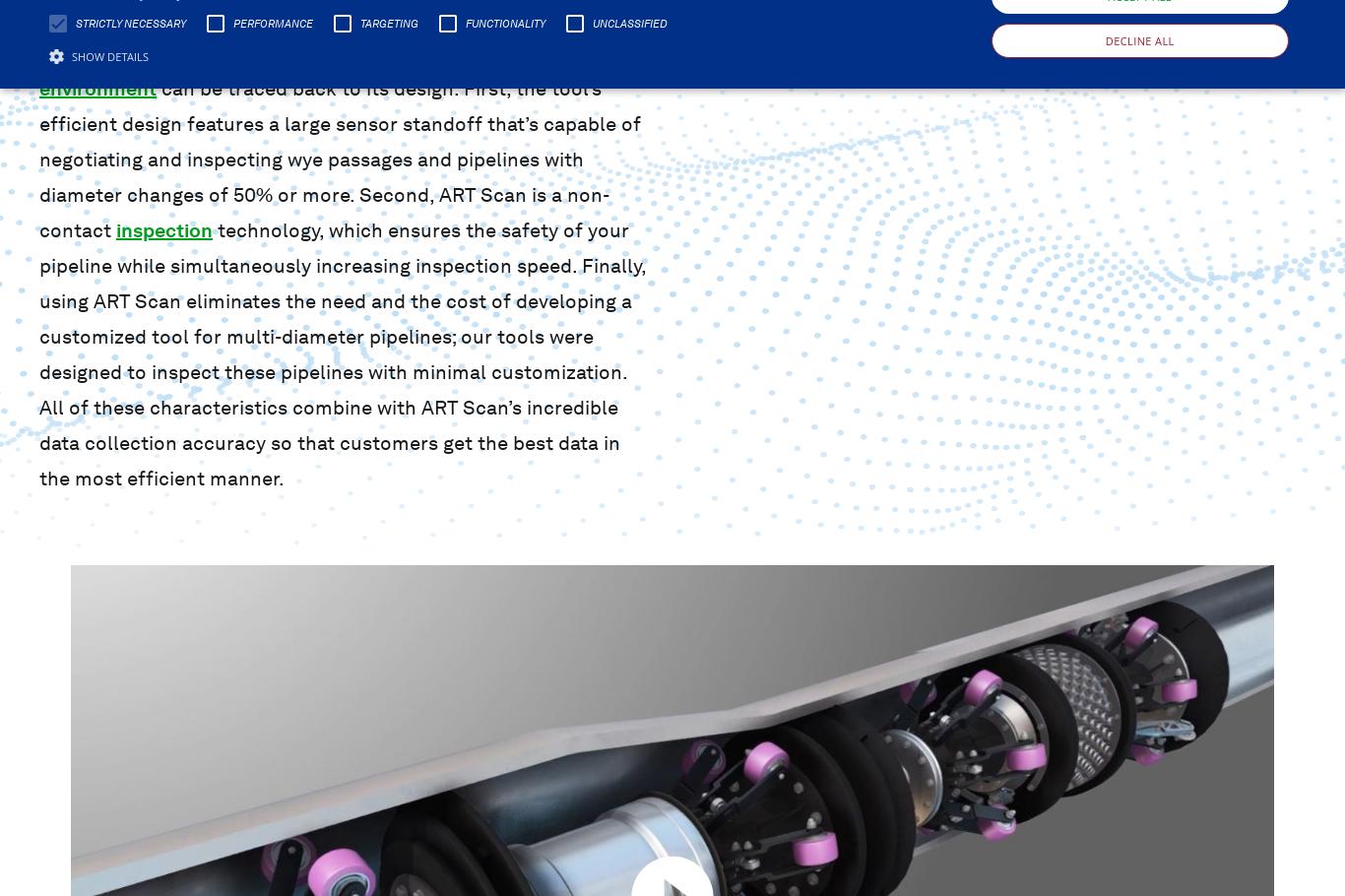 This screenshot has width=1345, height=896. I want to click on 'environment', so click(39, 87).